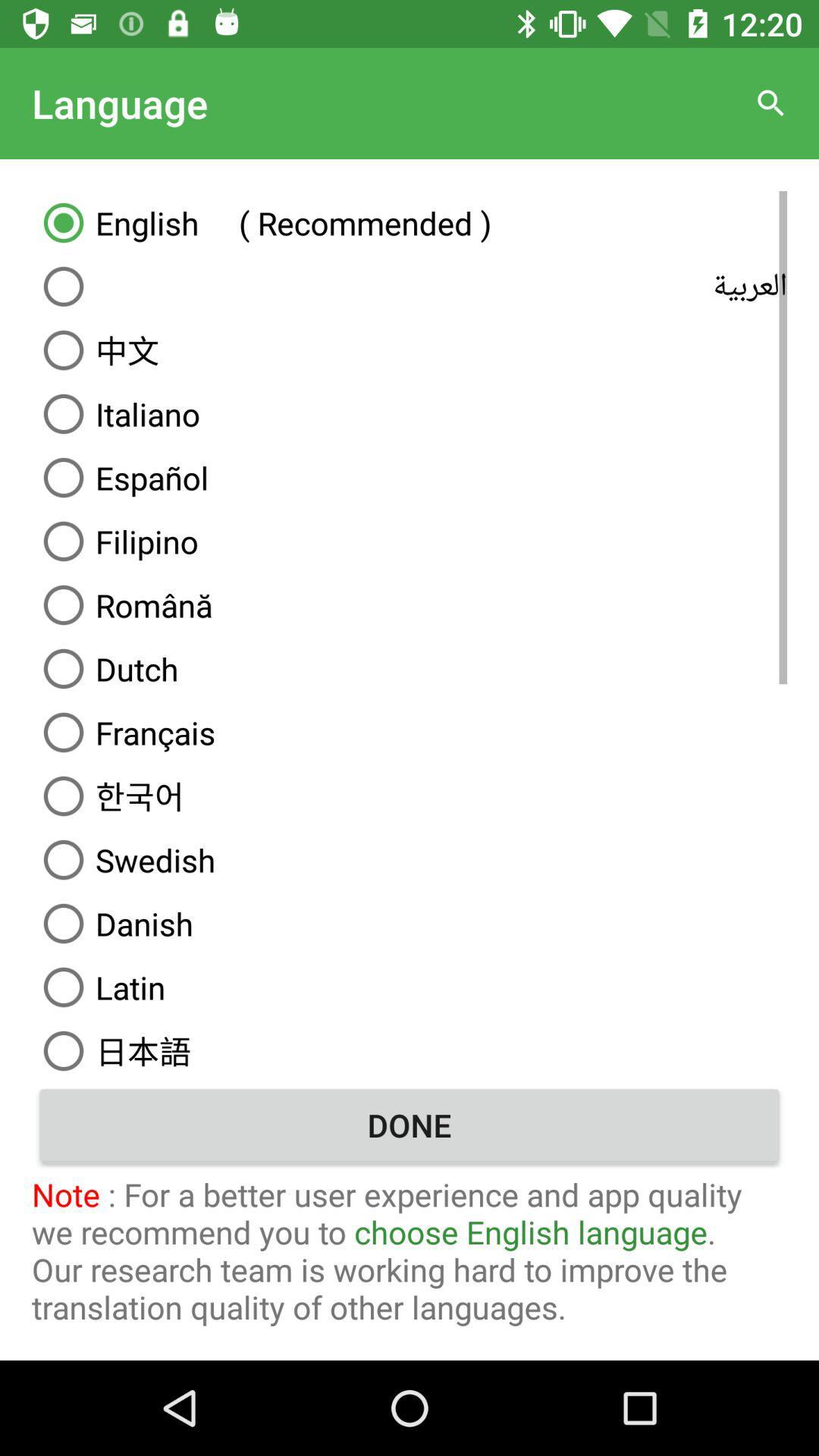 This screenshot has height=1456, width=819. Describe the element at coordinates (409, 1125) in the screenshot. I see `the item above the note for a icon` at that location.